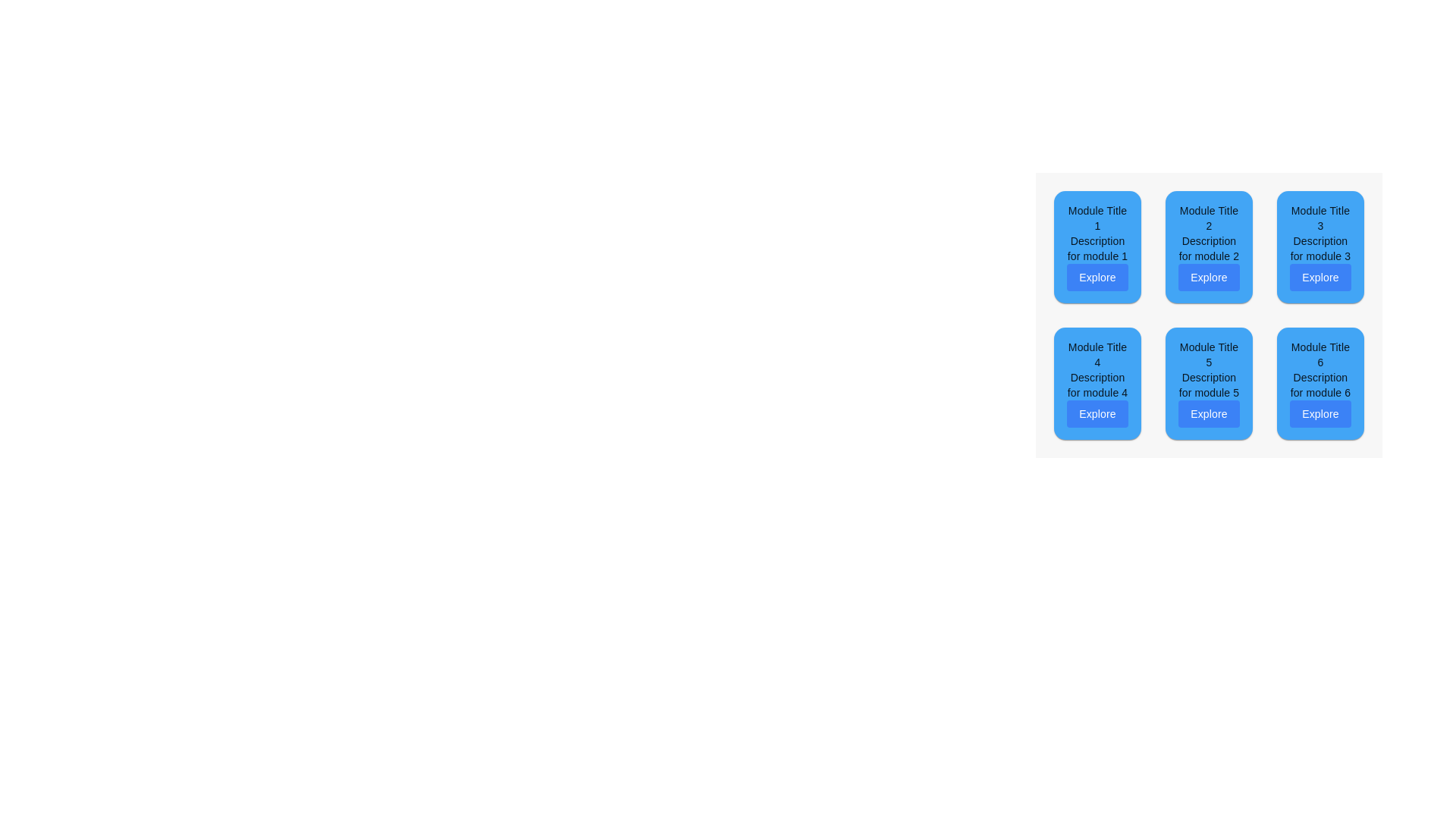 Image resolution: width=1456 pixels, height=819 pixels. What do you see at coordinates (1208, 278) in the screenshot?
I see `the blue button labeled 'Explore' at the bottom of the card titled 'Module Title 2'` at bounding box center [1208, 278].